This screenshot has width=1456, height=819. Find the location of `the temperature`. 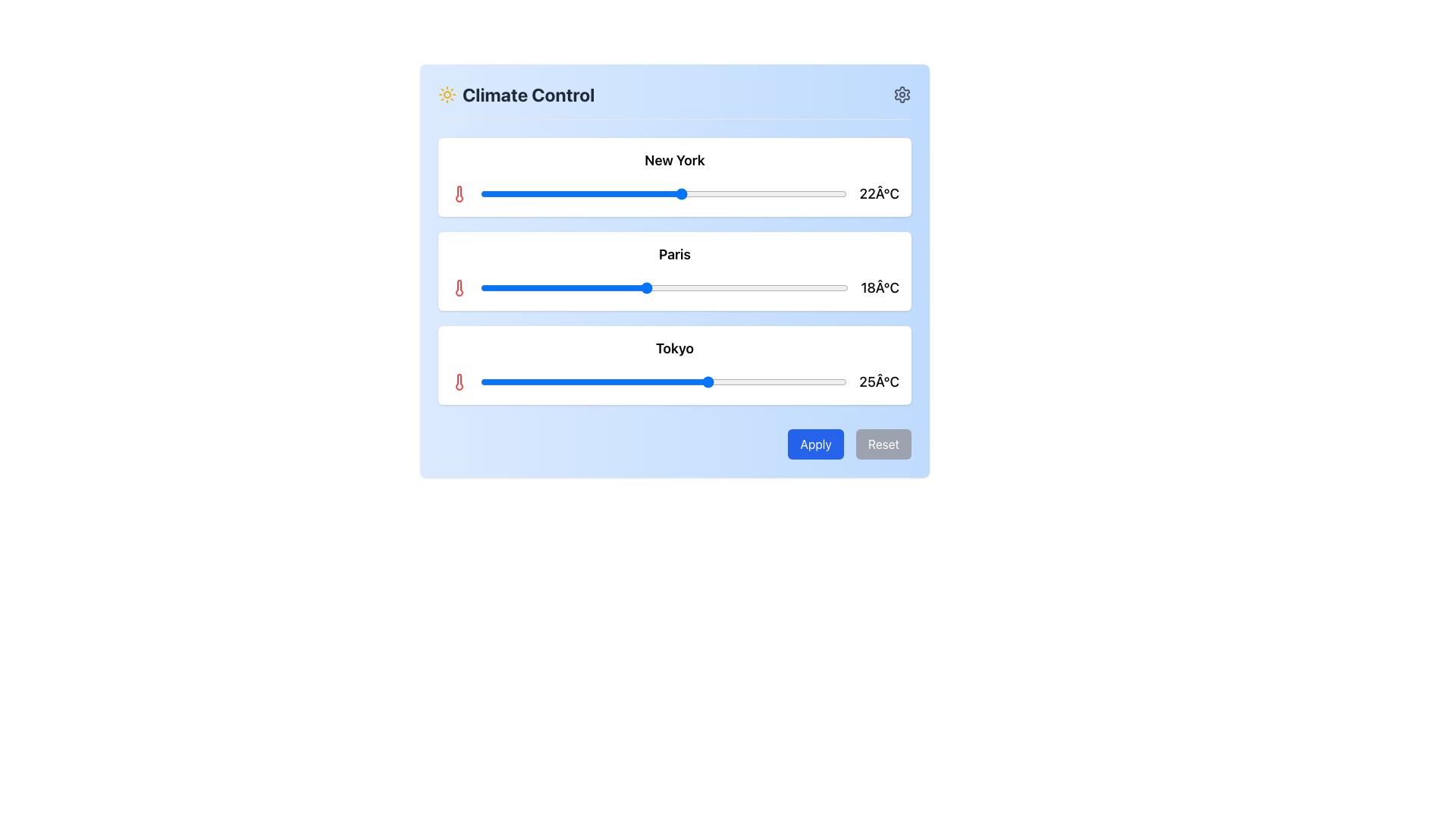

the temperature is located at coordinates (599, 381).